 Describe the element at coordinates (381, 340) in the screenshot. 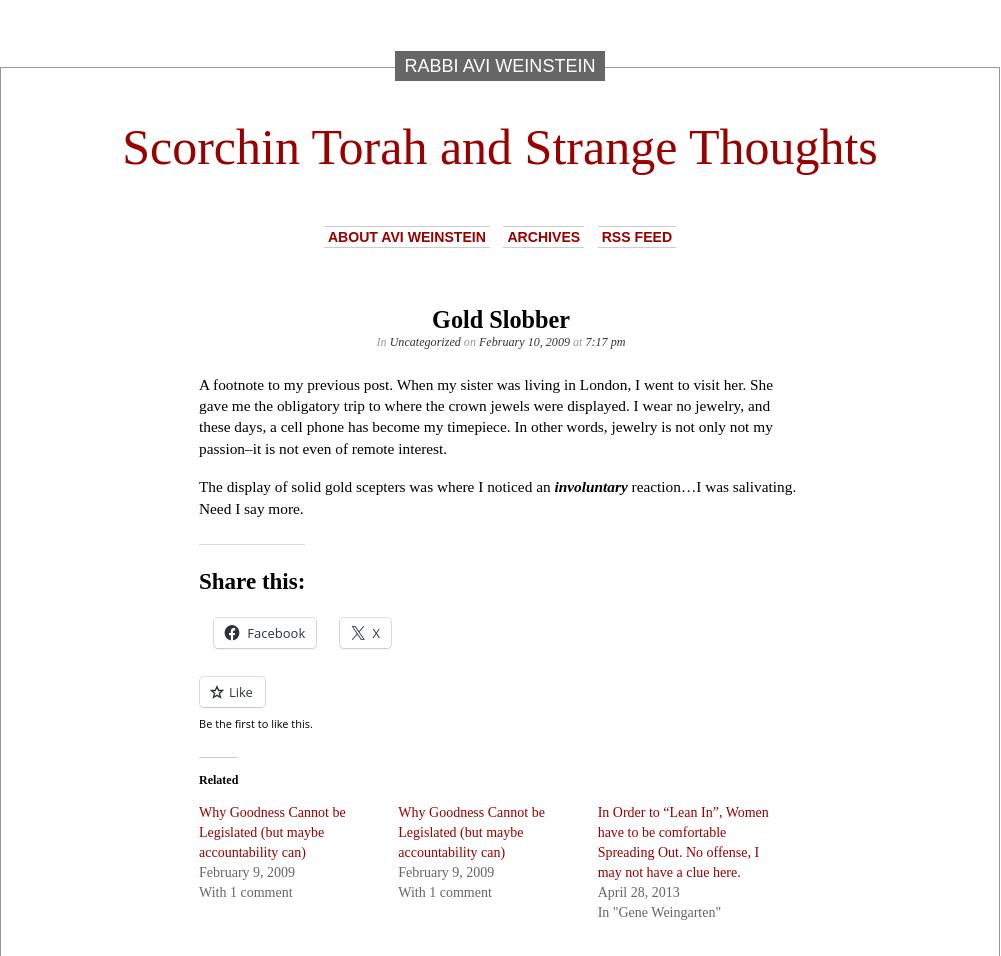

I see `'In'` at that location.